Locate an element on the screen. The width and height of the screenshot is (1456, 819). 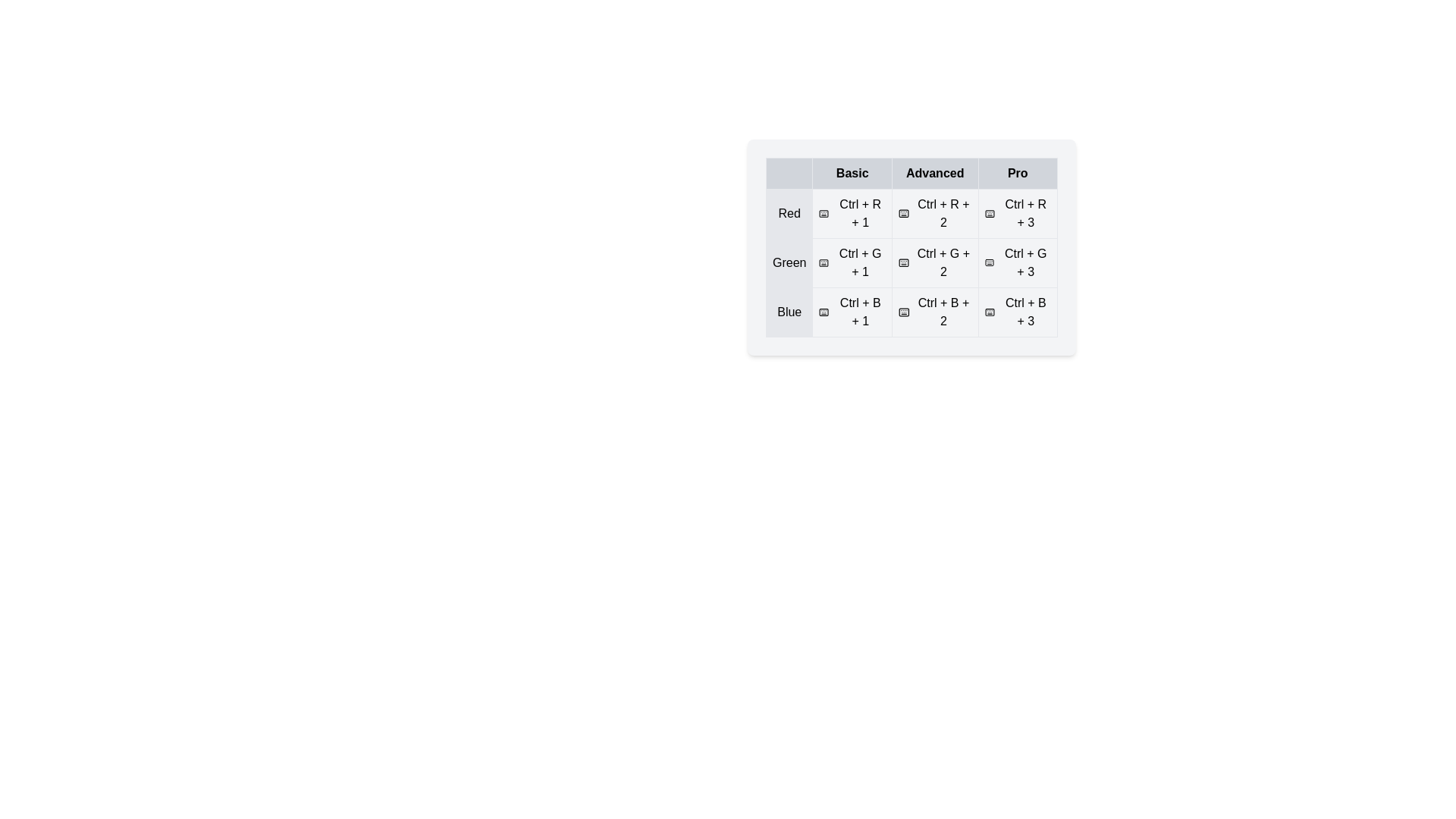
the command display box with a light gray background containing the keyboard icon and text 'Ctrl + R + 3', located in the third row and third column under the 'Red' category is located at coordinates (1018, 213).